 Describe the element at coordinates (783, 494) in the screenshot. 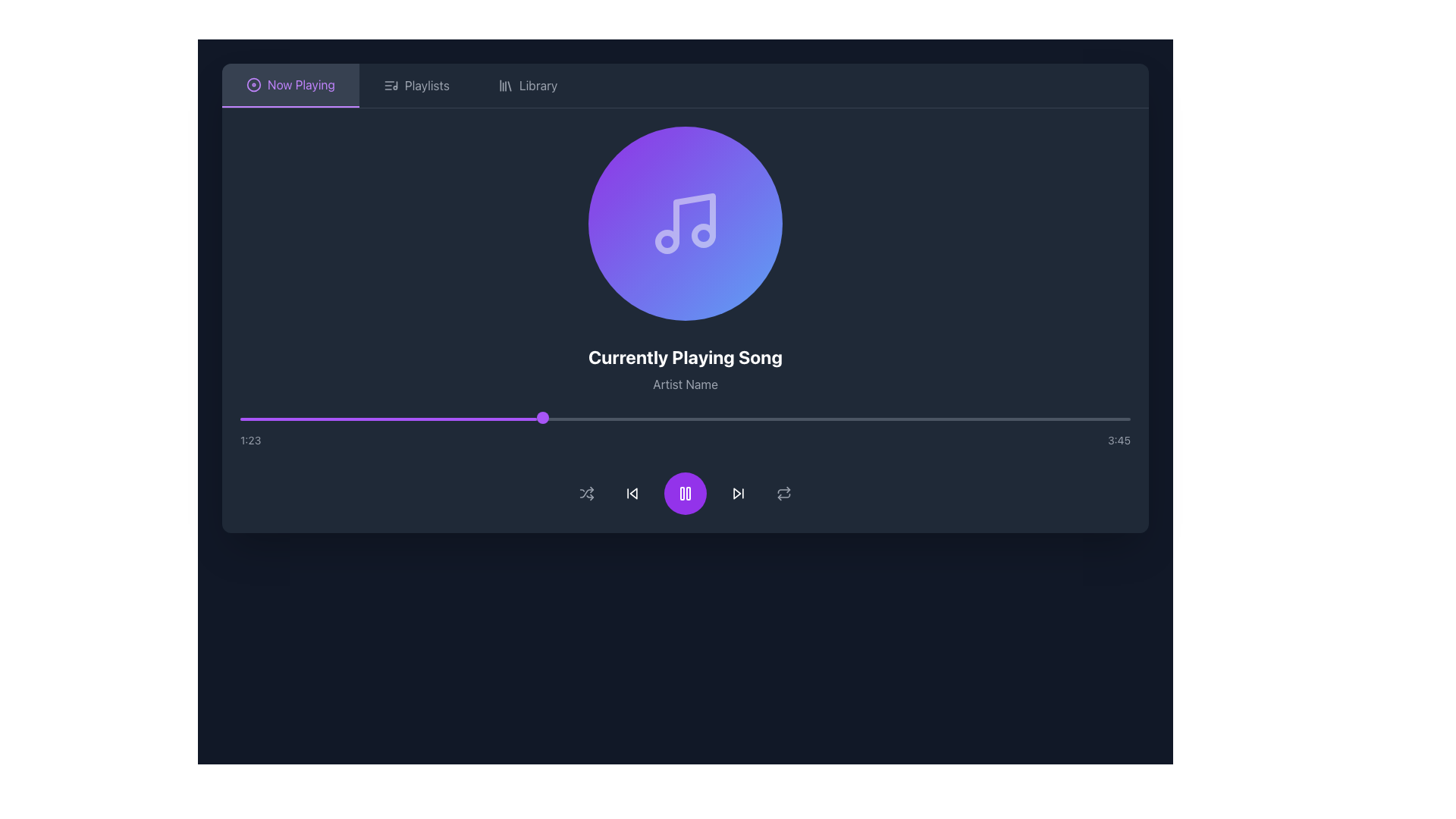

I see `the repeat button located at the bottom-center of the interface` at that location.